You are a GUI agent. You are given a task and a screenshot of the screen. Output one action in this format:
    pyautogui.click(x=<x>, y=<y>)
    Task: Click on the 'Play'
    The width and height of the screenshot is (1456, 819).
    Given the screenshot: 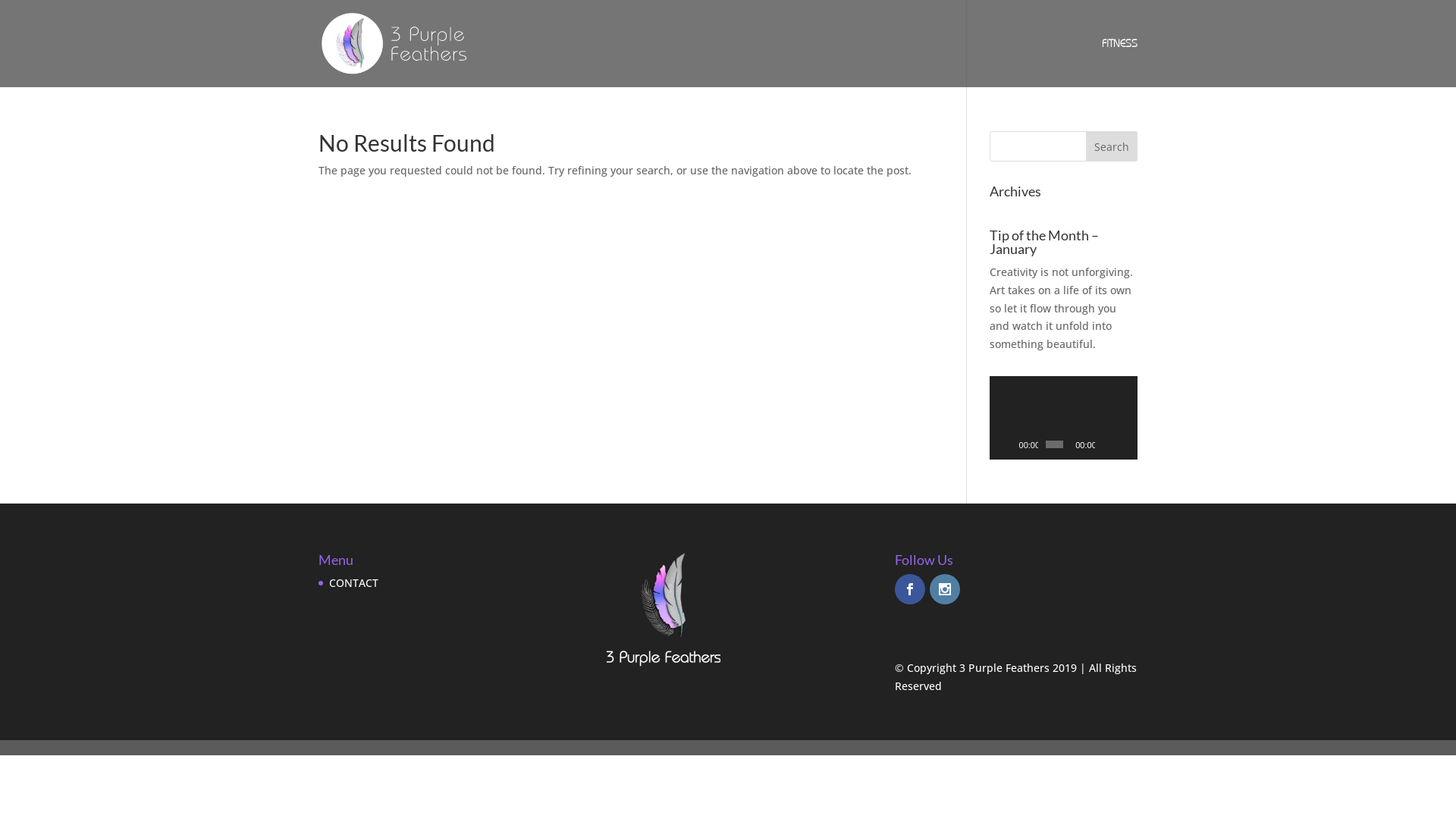 What is the action you would take?
    pyautogui.click(x=1009, y=444)
    